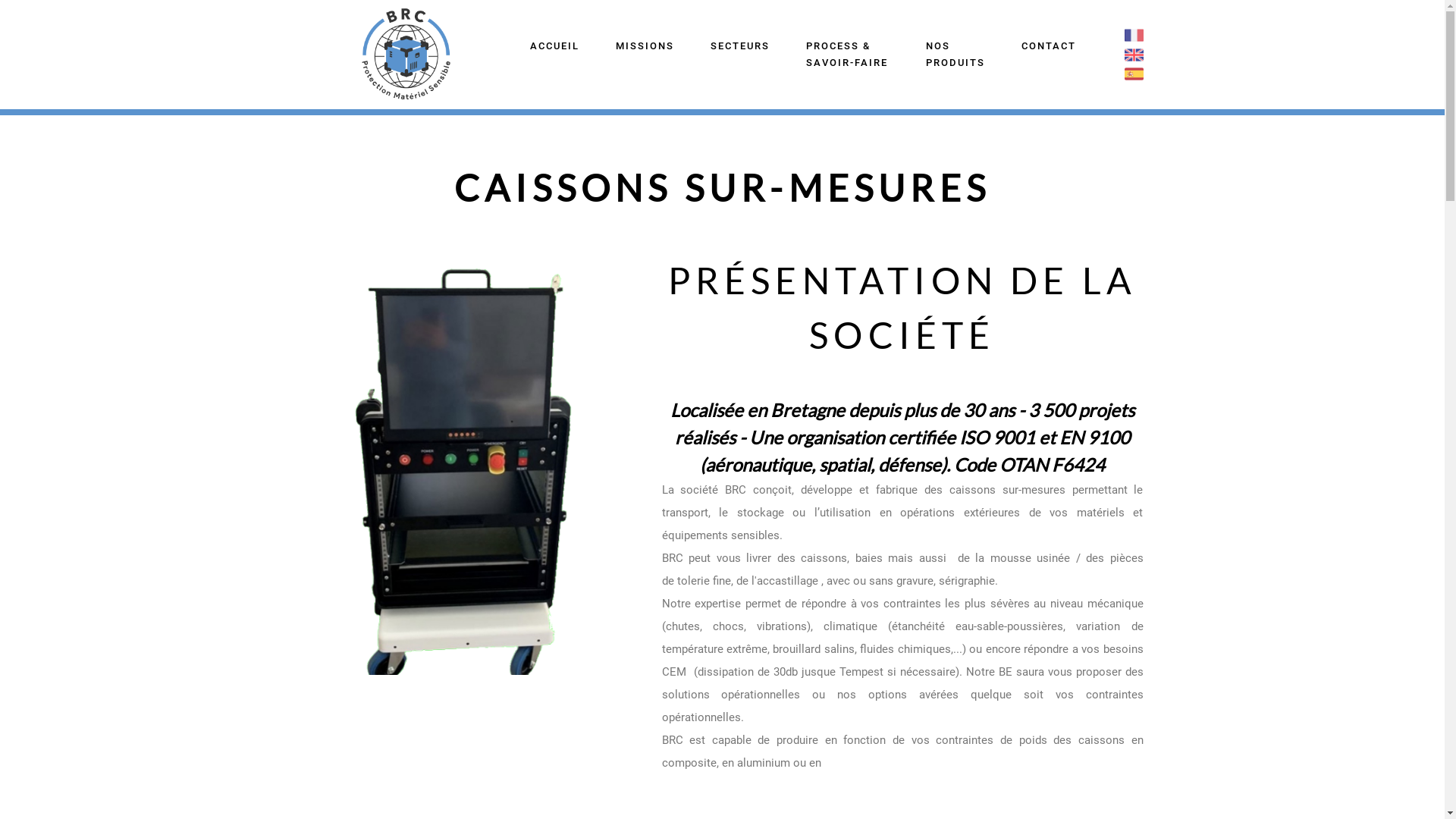 This screenshot has height=819, width=1456. Describe the element at coordinates (953, 54) in the screenshot. I see `'NOS PRODUITS'` at that location.